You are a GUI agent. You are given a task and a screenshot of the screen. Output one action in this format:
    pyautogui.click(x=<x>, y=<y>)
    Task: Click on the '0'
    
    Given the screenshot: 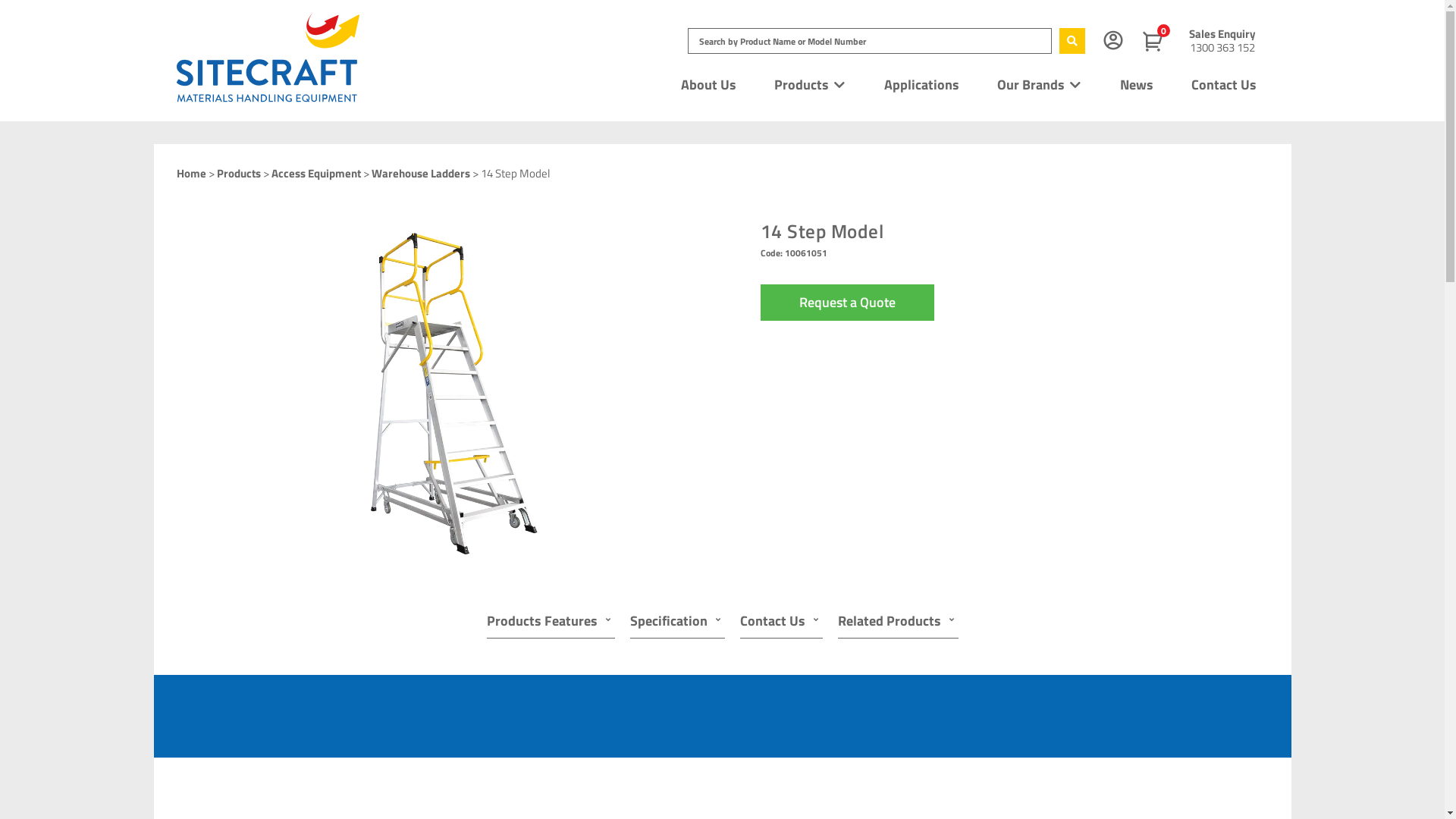 What is the action you would take?
    pyautogui.click(x=1155, y=41)
    